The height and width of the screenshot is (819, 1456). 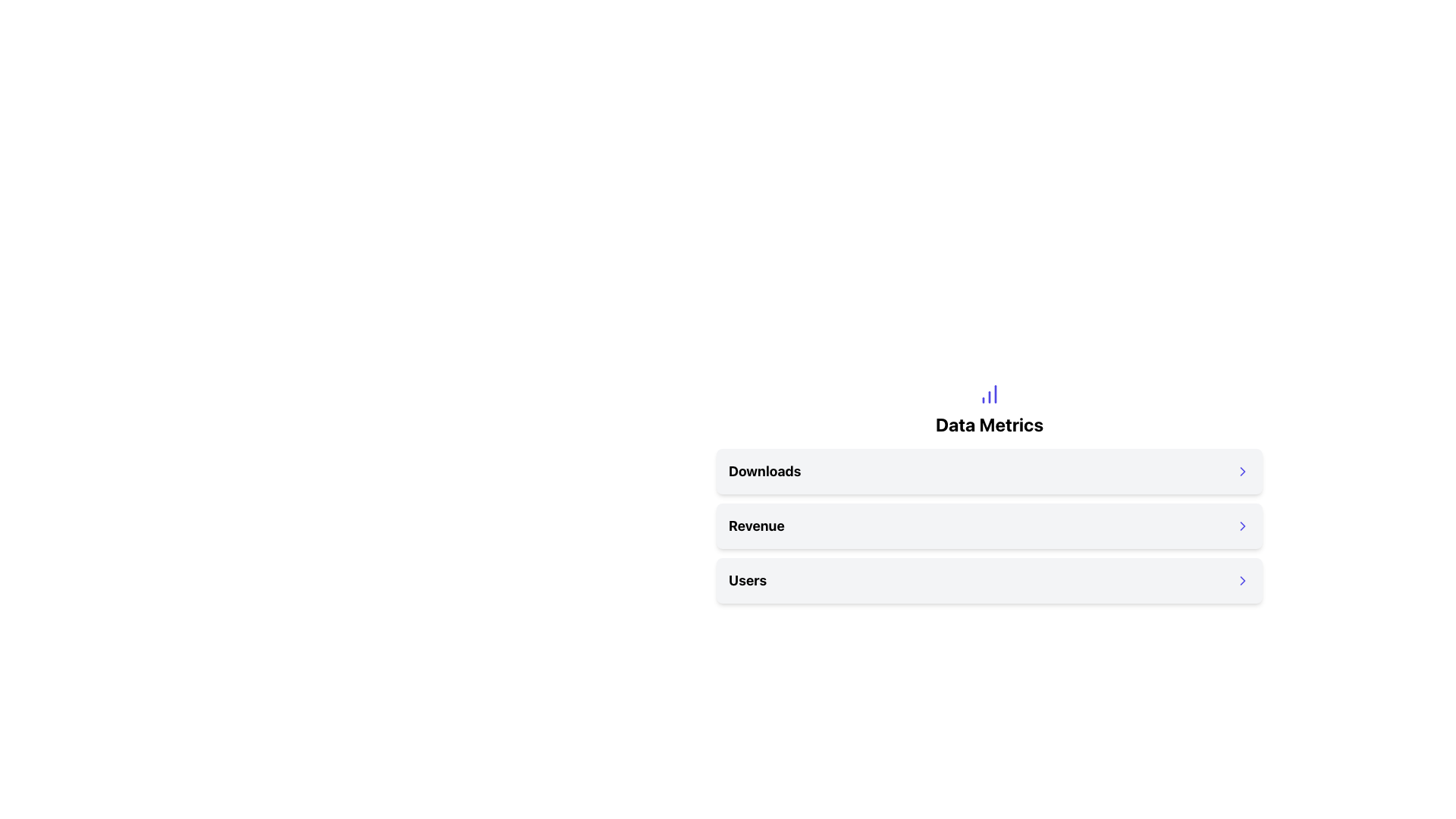 What do you see at coordinates (1242, 526) in the screenshot?
I see `the interactive icon button located to the far right of the 'Revenue' row` at bounding box center [1242, 526].